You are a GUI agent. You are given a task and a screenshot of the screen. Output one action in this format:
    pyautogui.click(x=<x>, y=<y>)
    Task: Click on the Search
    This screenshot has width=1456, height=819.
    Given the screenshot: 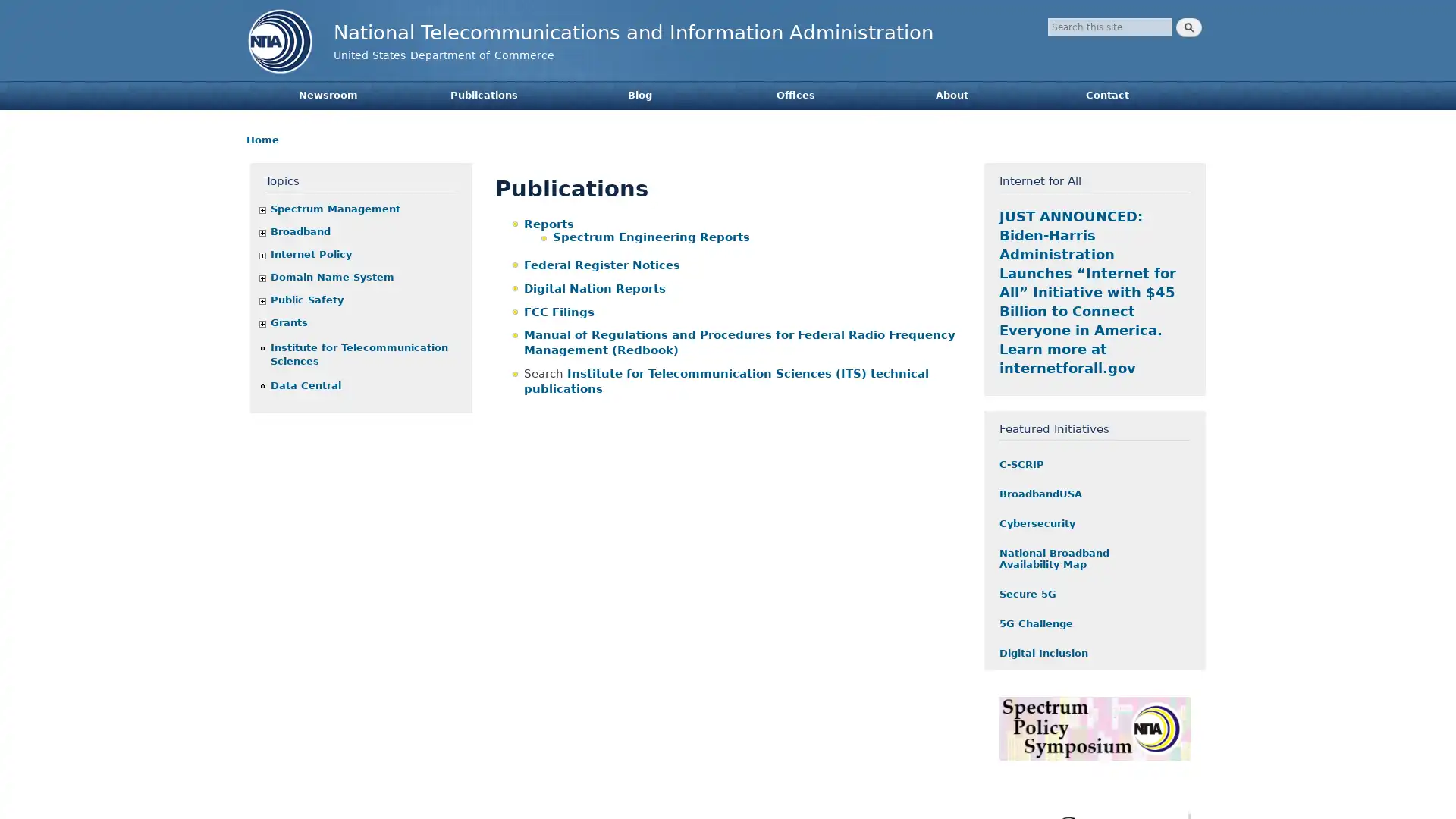 What is the action you would take?
    pyautogui.click(x=1188, y=27)
    